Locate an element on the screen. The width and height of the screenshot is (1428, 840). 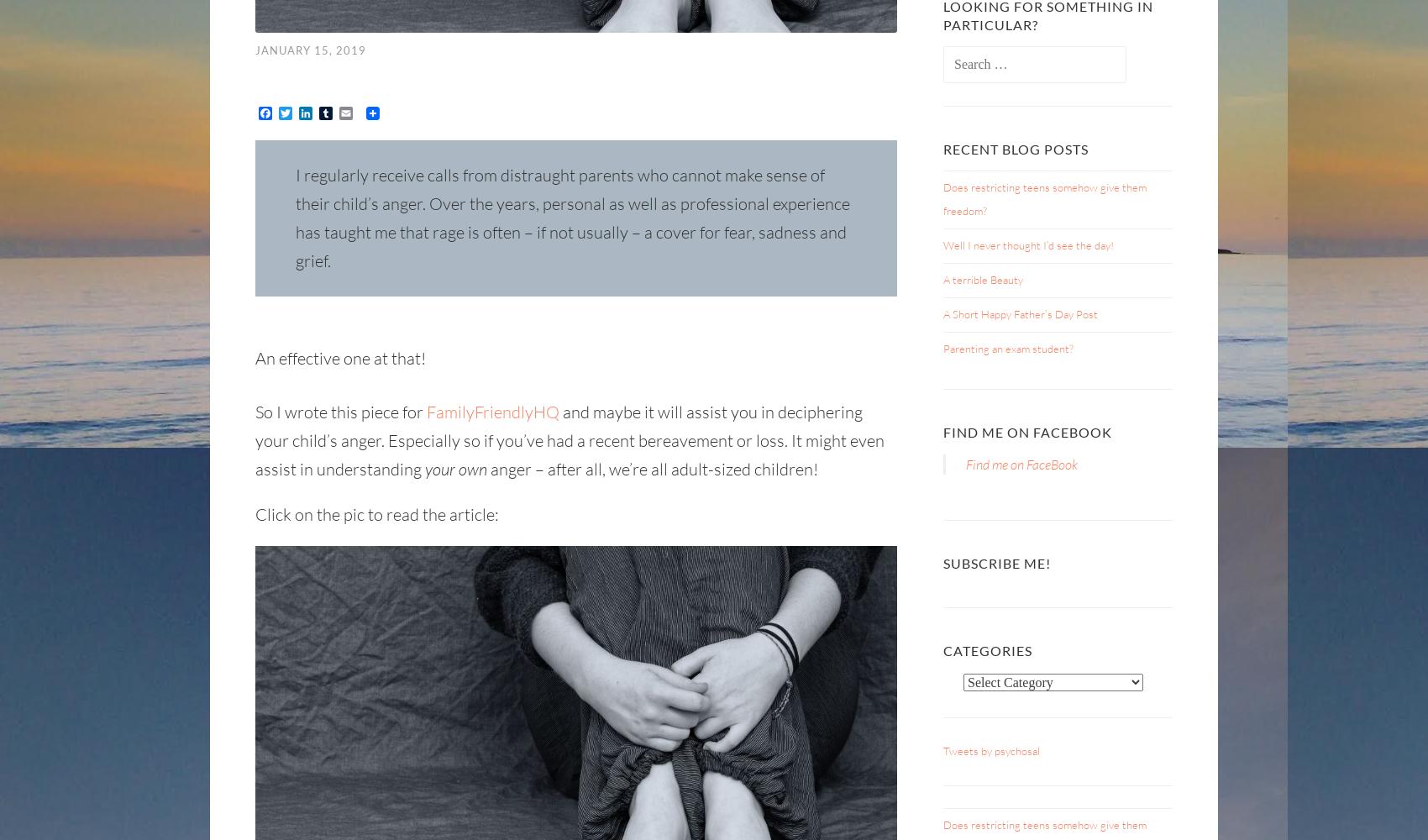
'A terrible Beauty' is located at coordinates (943, 278).